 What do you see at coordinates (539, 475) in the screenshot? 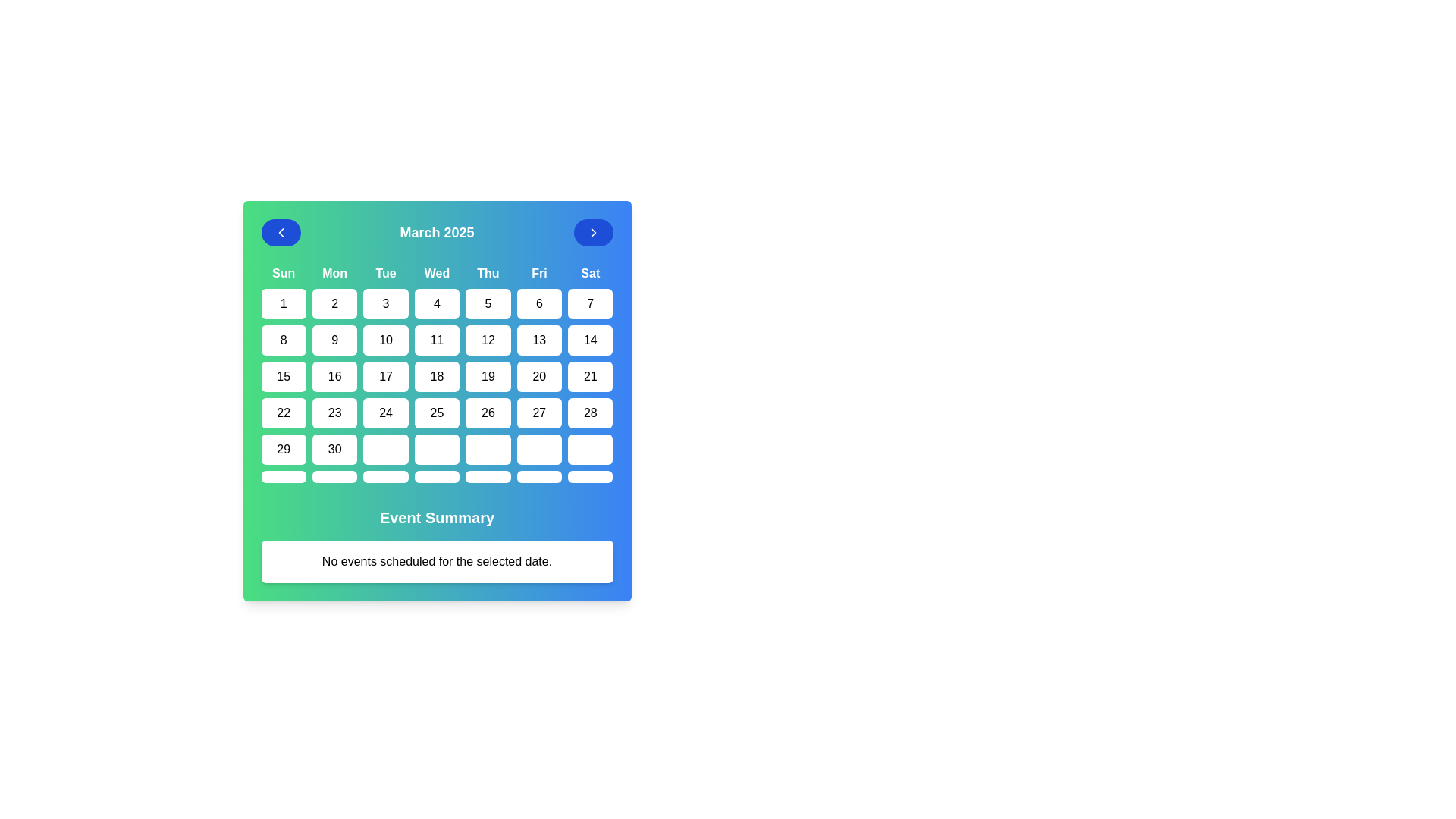
I see `the sixth empty cell in the last row of the calendar grid` at bounding box center [539, 475].